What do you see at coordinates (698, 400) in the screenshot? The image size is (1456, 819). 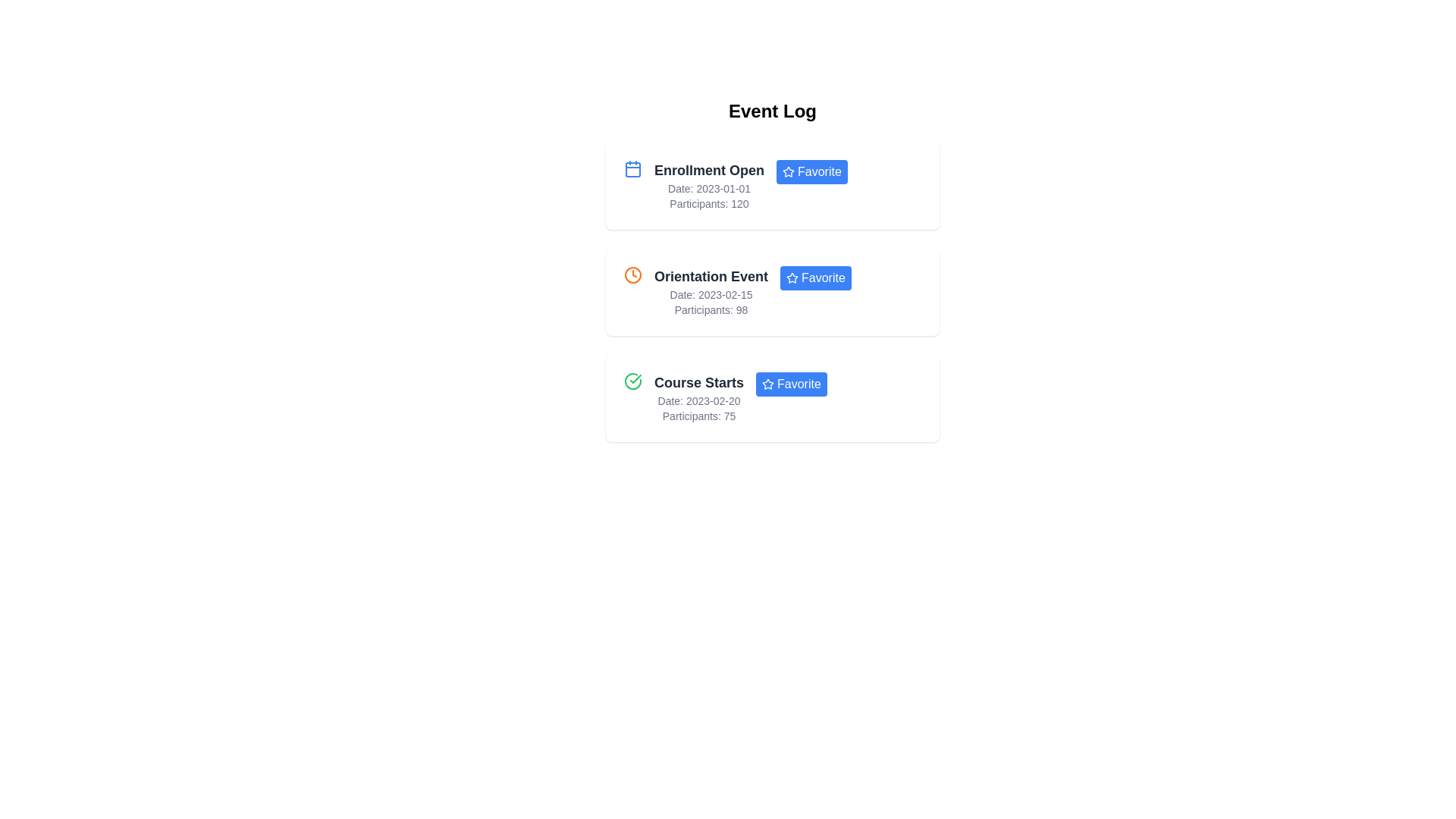 I see `the informational text display that conveys the date associated with the 'Course Starts' event, located in the third event box at the specified coordinates` at bounding box center [698, 400].